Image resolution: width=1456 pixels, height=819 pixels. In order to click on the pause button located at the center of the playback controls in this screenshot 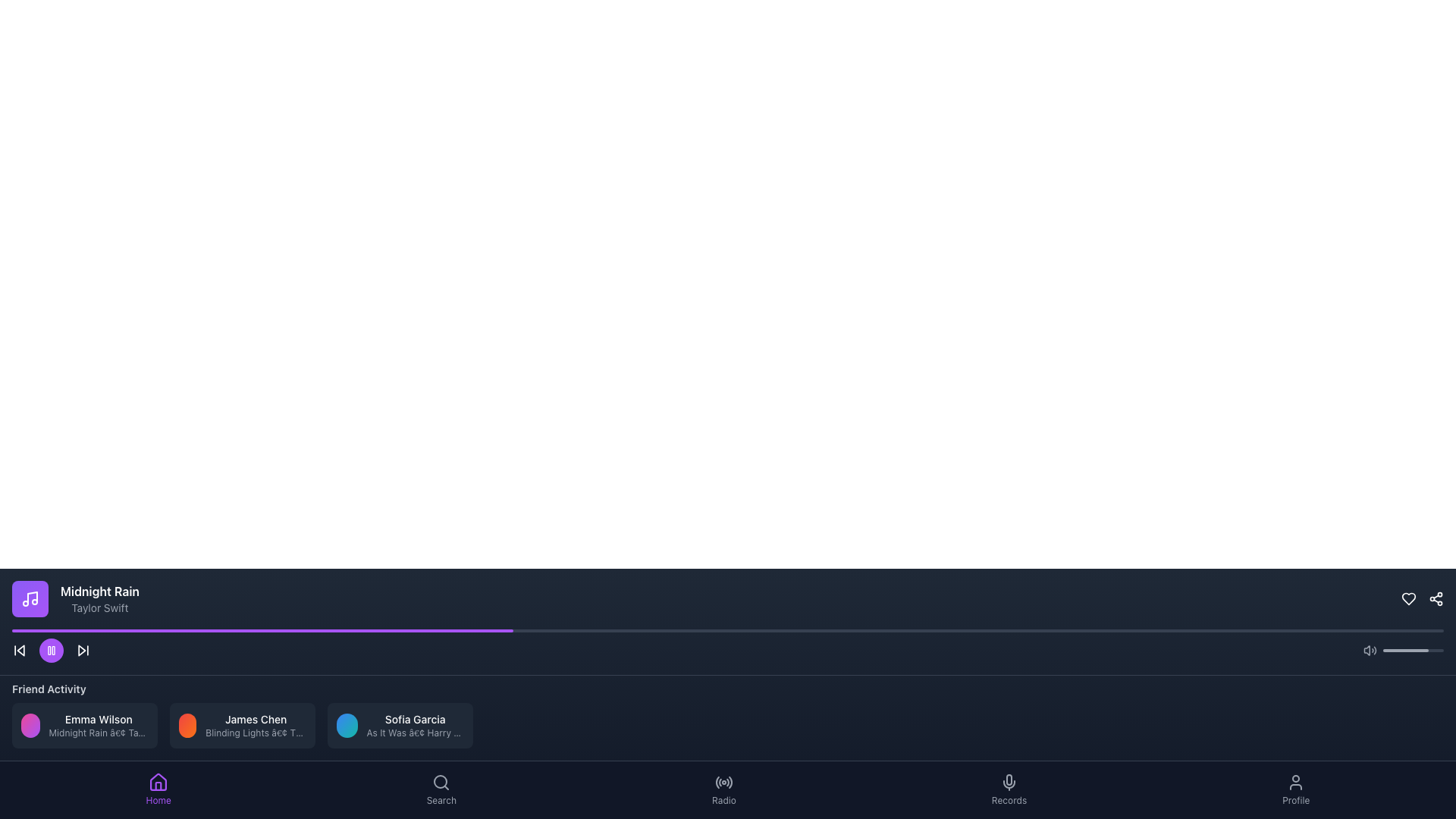, I will do `click(51, 649)`.